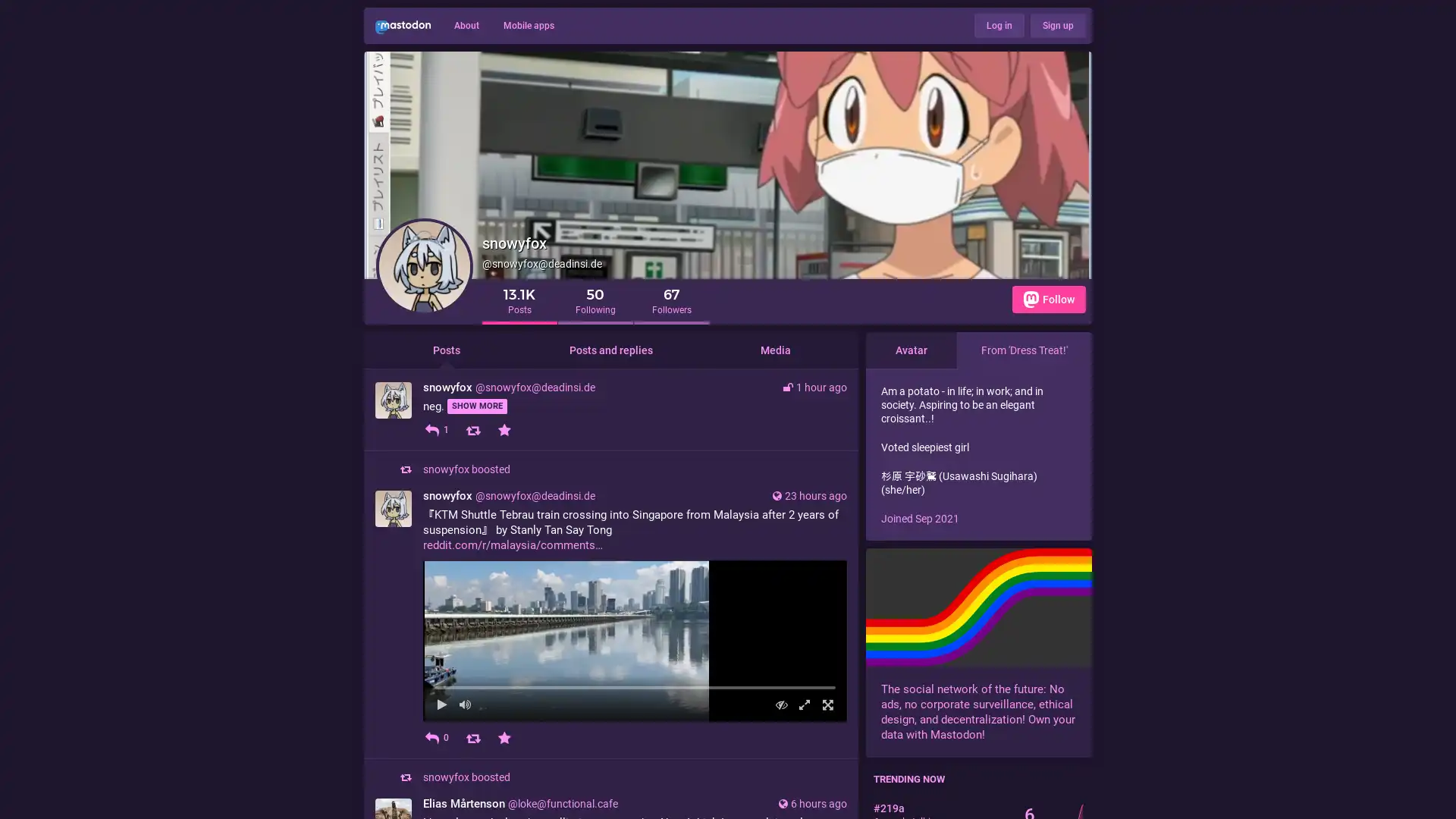 The height and width of the screenshot is (819, 1456). Describe the element at coordinates (476, 406) in the screenshot. I see `SHOW MORE` at that location.